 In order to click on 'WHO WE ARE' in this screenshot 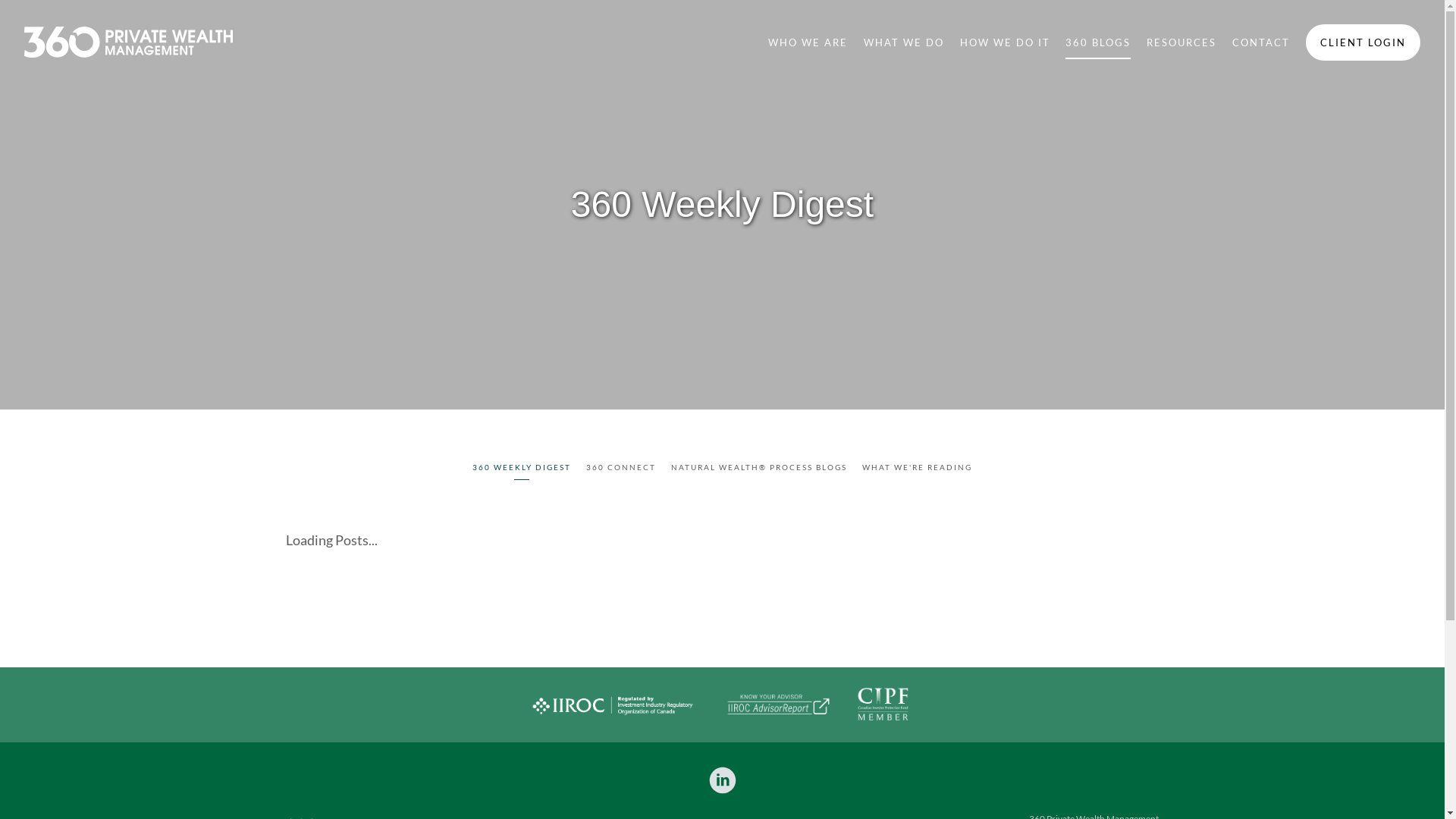, I will do `click(767, 41)`.